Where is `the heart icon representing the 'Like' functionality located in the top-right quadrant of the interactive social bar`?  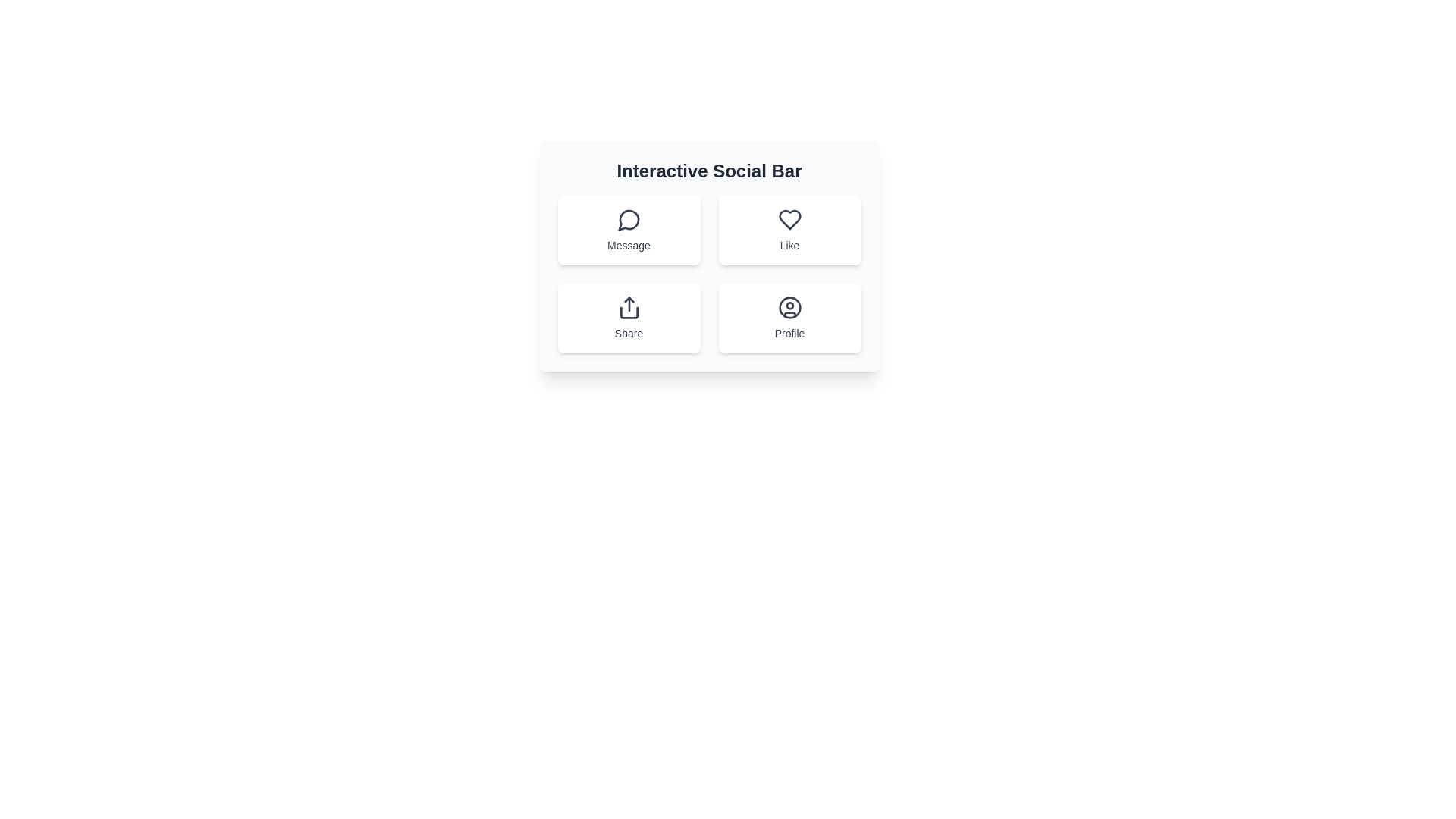
the heart icon representing the 'Like' functionality located in the top-right quadrant of the interactive social bar is located at coordinates (789, 219).